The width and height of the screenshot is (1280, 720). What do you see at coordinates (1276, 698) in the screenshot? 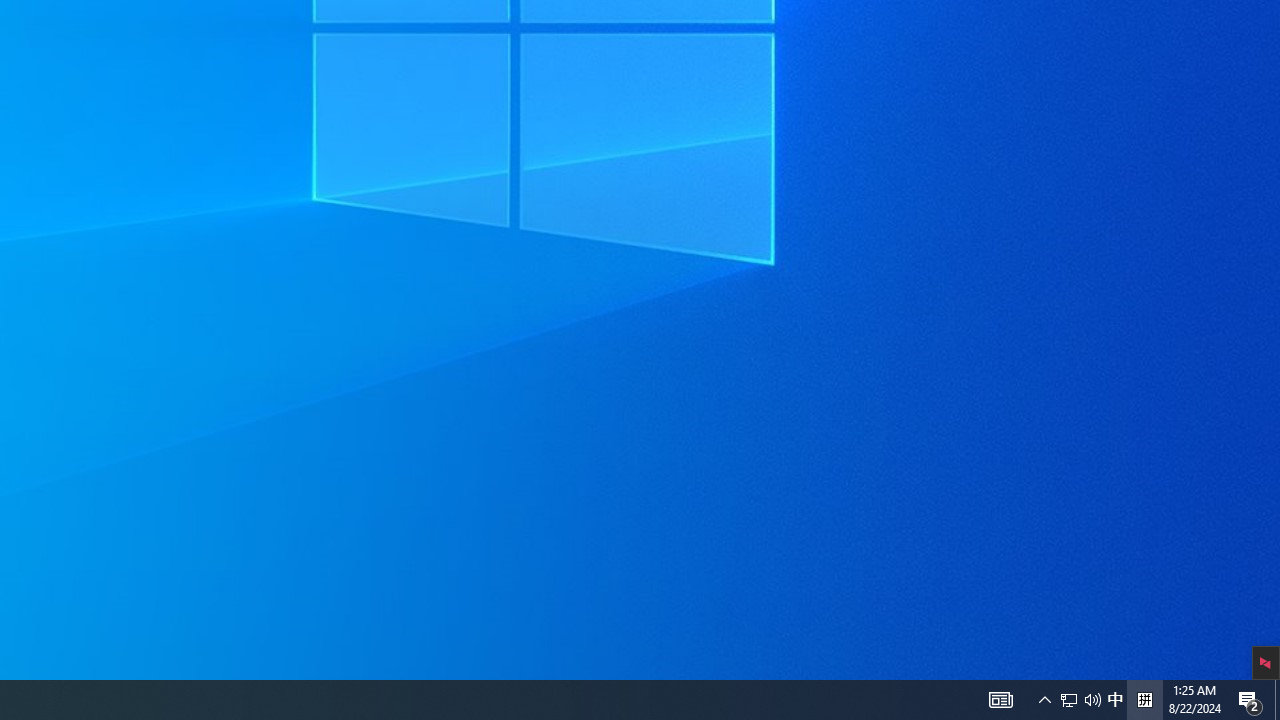
I see `'Show desktop'` at bounding box center [1276, 698].